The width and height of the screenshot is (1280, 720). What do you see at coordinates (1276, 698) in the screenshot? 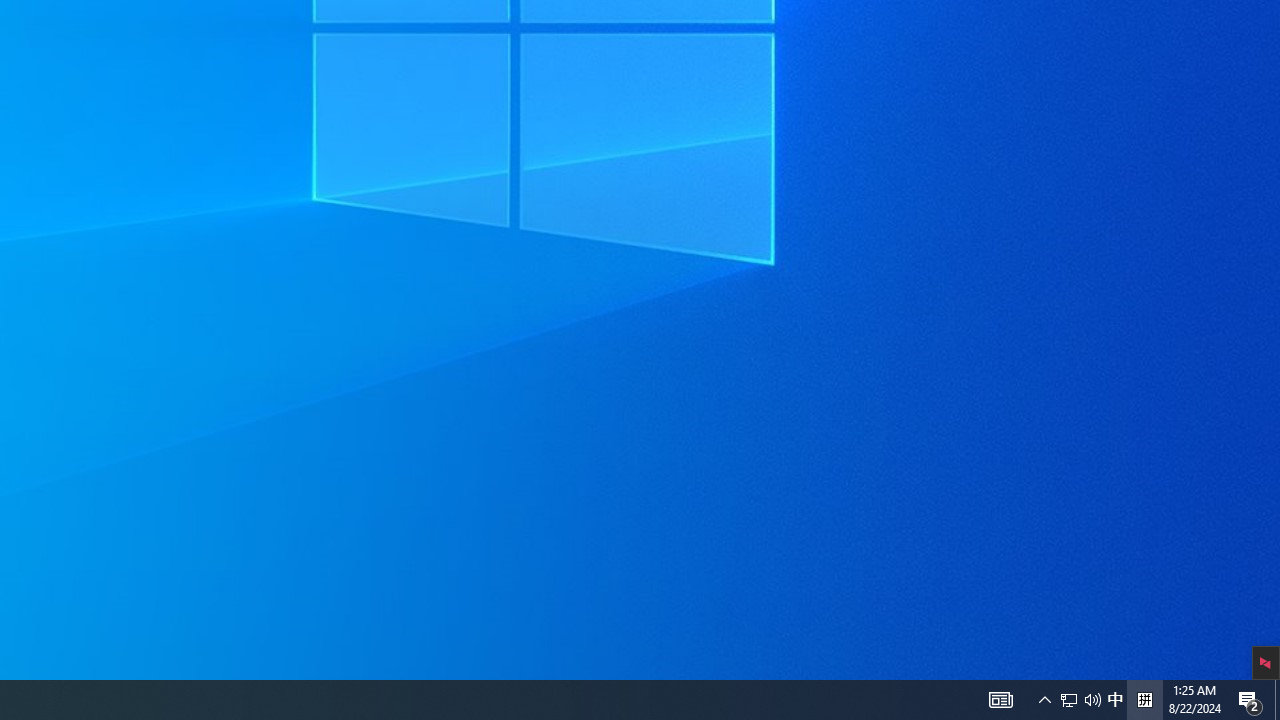
I see `'Show desktop'` at bounding box center [1276, 698].